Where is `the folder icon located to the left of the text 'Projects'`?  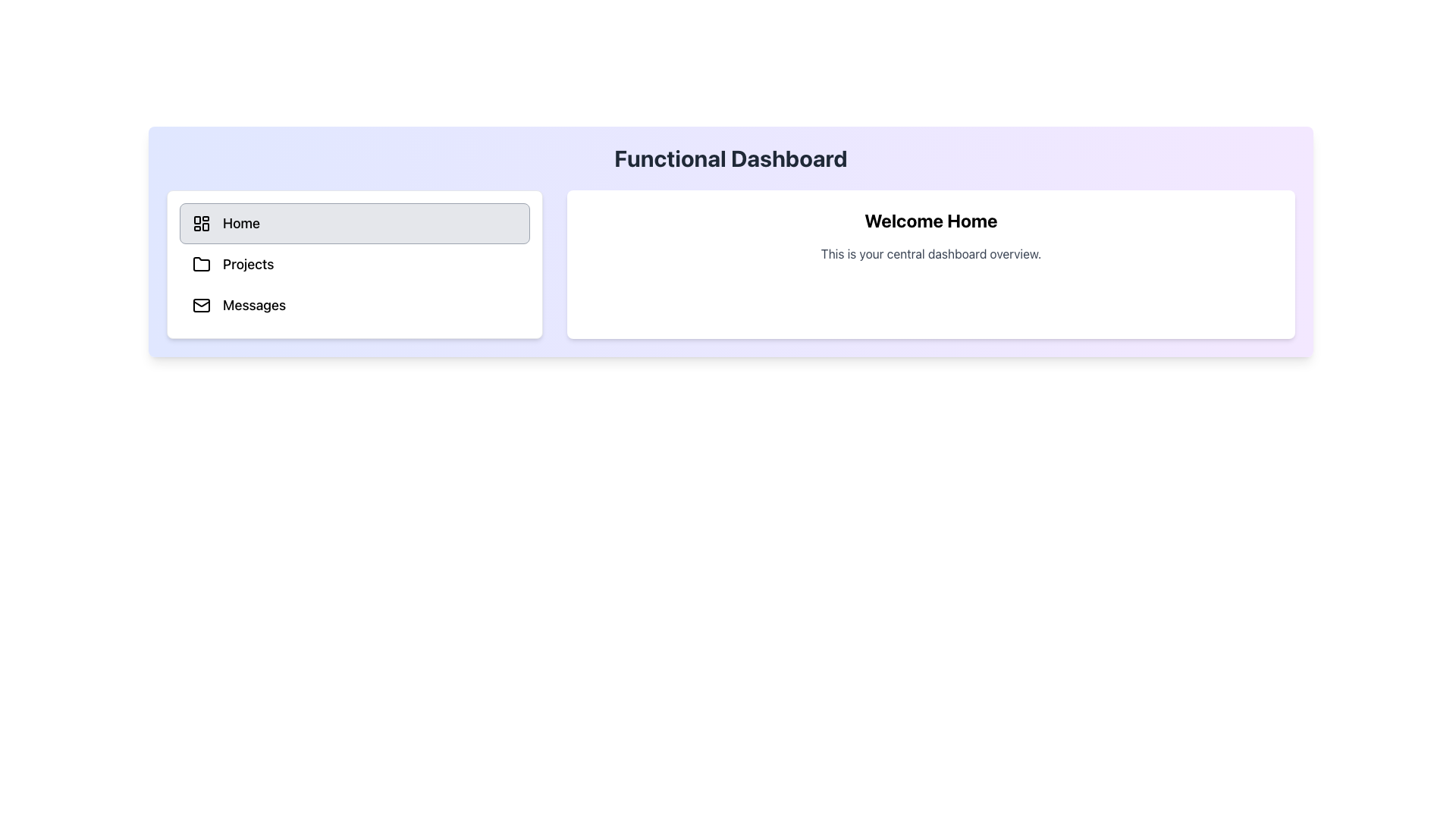 the folder icon located to the left of the text 'Projects' is located at coordinates (200, 262).